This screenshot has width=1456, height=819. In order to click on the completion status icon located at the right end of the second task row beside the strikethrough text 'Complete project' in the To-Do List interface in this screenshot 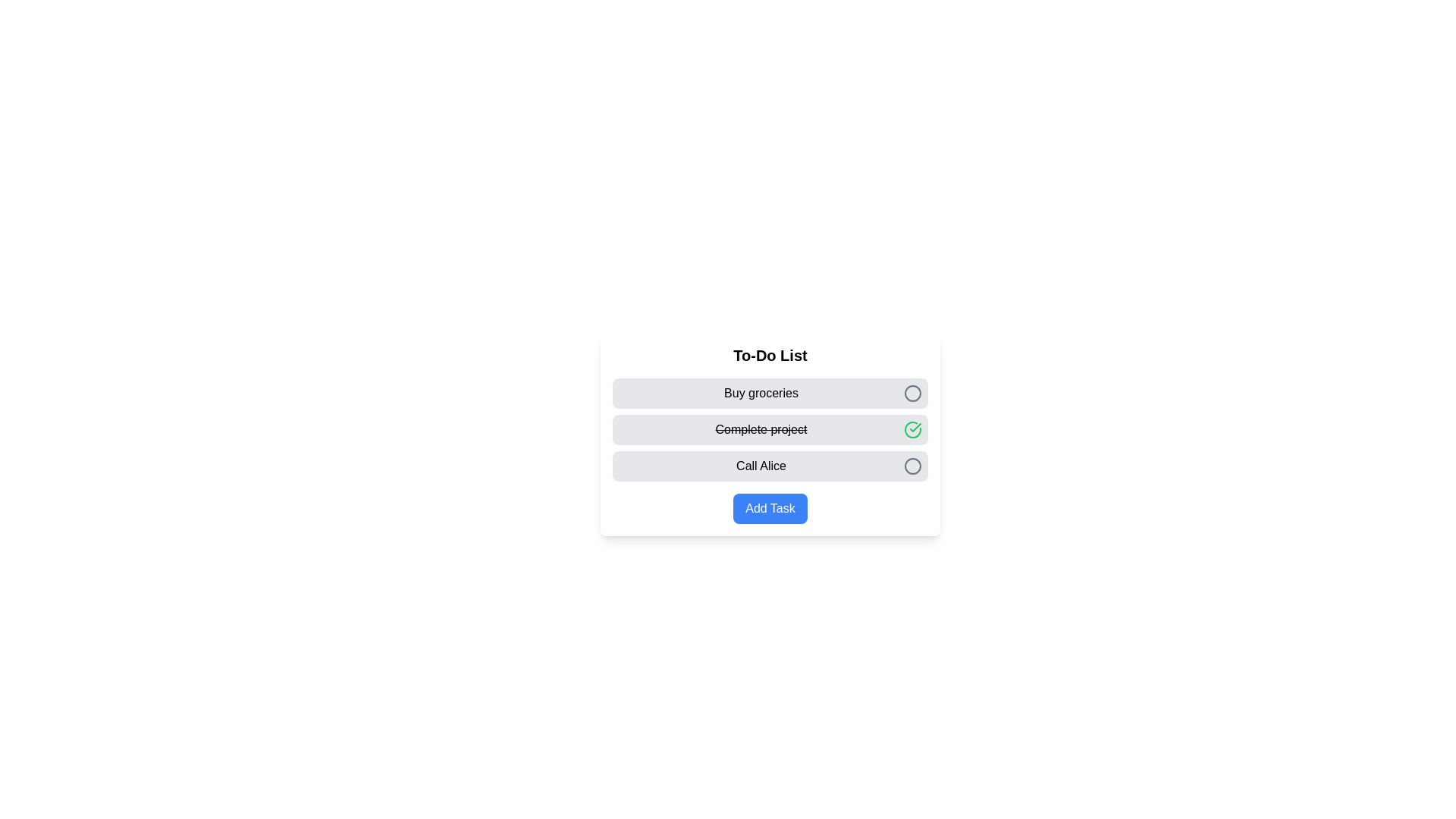, I will do `click(915, 427)`.